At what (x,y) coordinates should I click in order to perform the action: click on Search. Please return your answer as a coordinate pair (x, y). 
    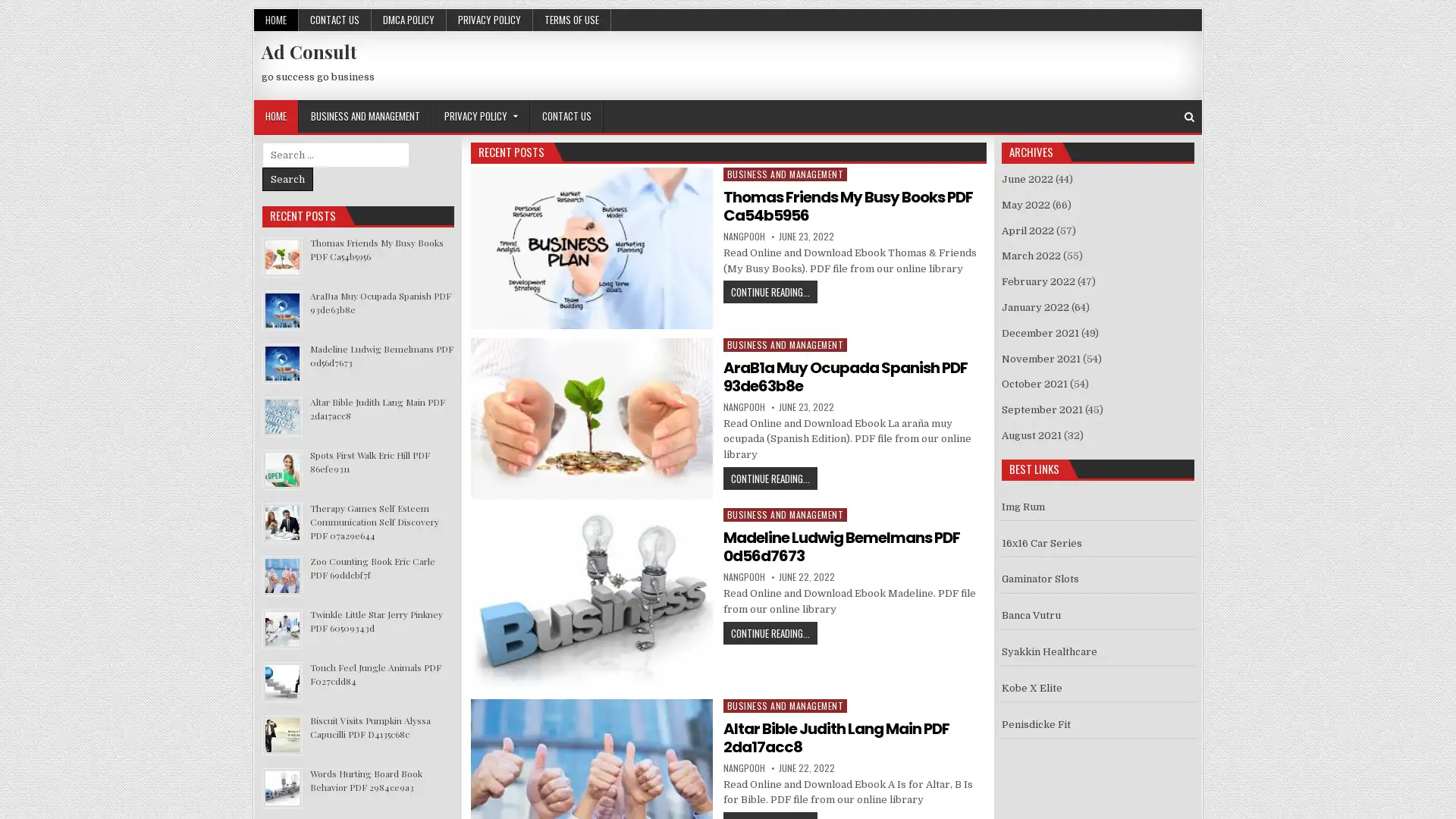
    Looking at the image, I should click on (287, 178).